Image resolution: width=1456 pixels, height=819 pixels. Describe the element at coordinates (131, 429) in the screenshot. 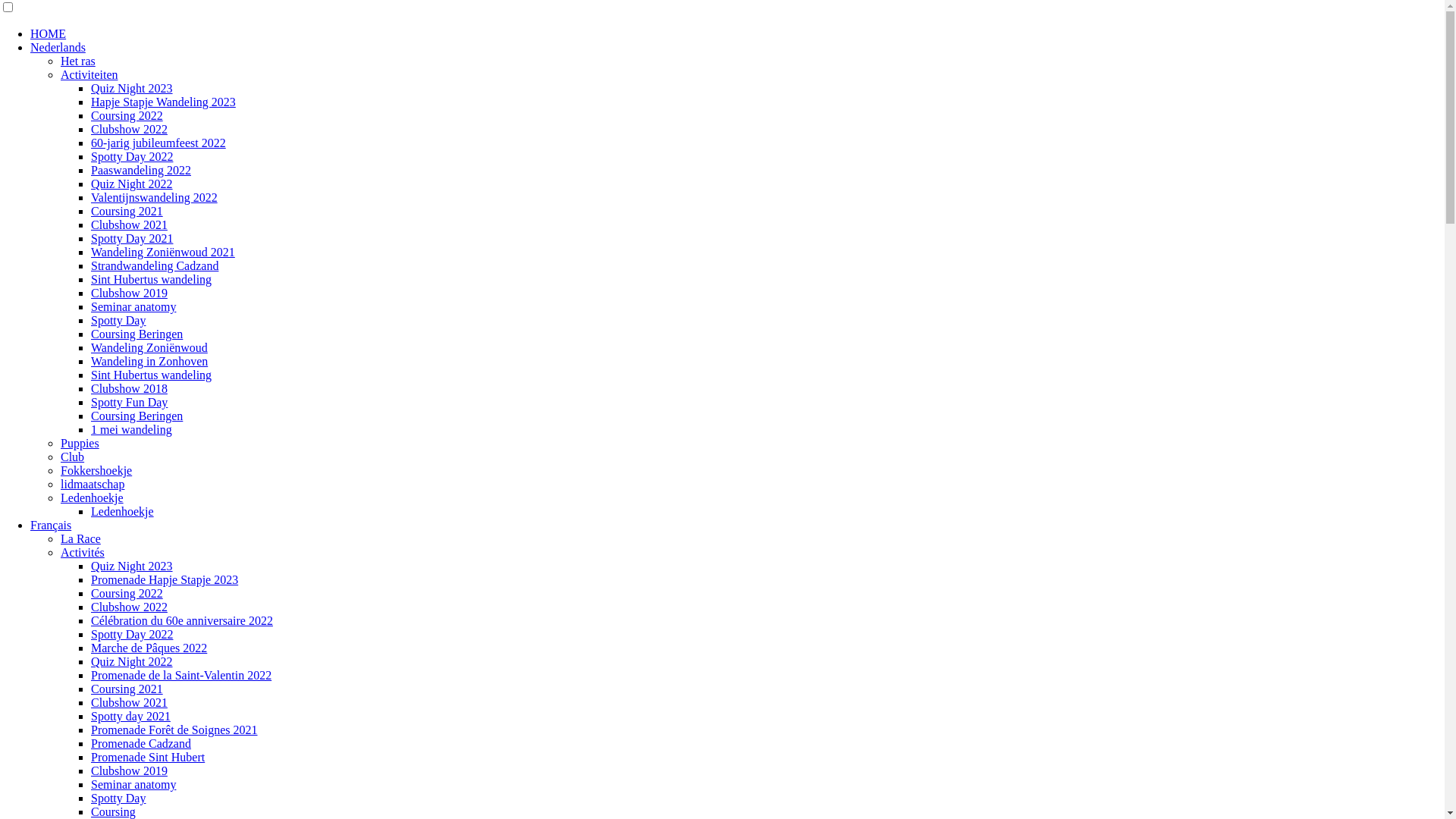

I see `'1 mei wandeling'` at that location.